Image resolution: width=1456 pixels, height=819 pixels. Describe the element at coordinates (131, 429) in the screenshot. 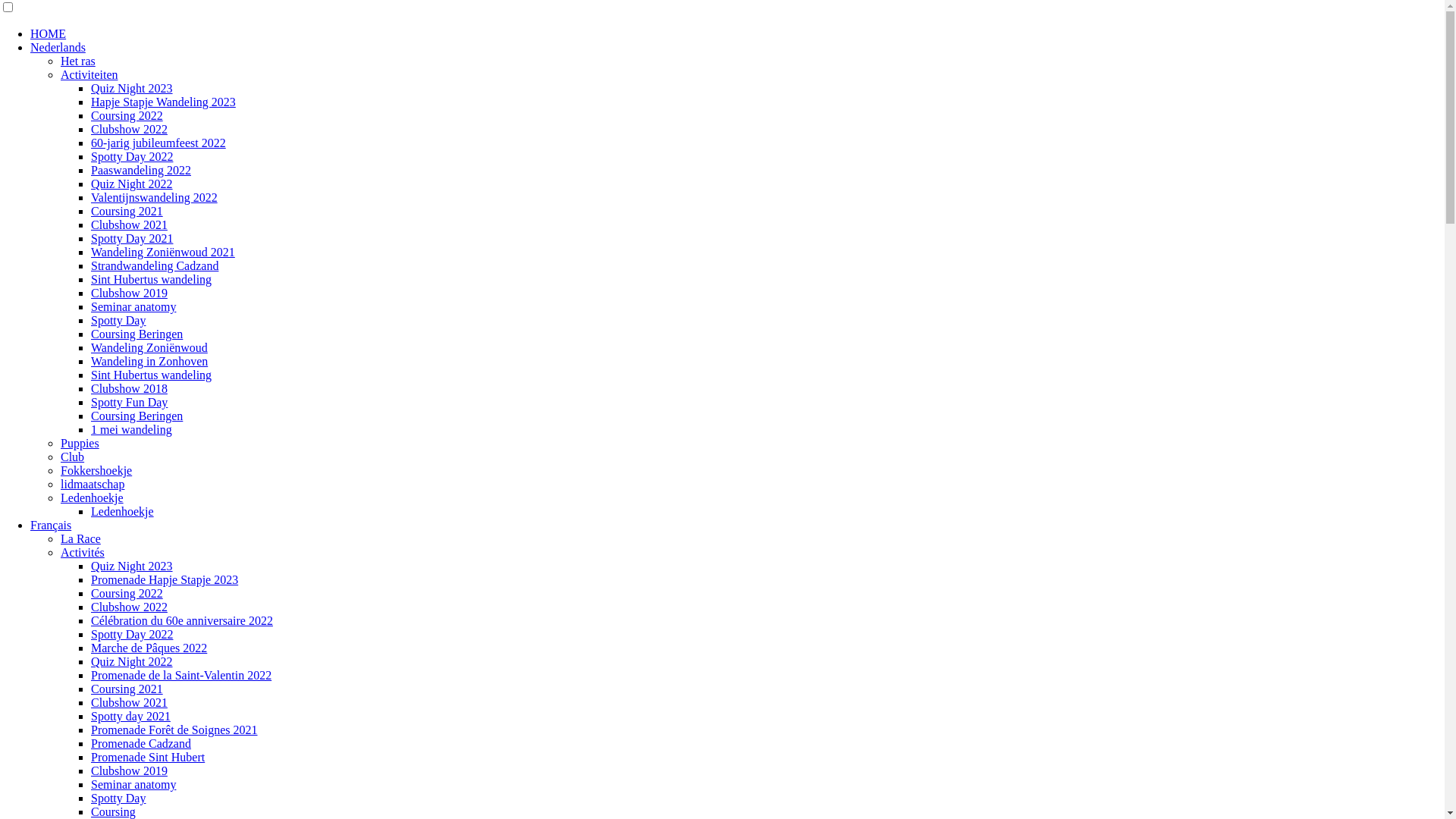

I see `'1 mei wandeling'` at that location.